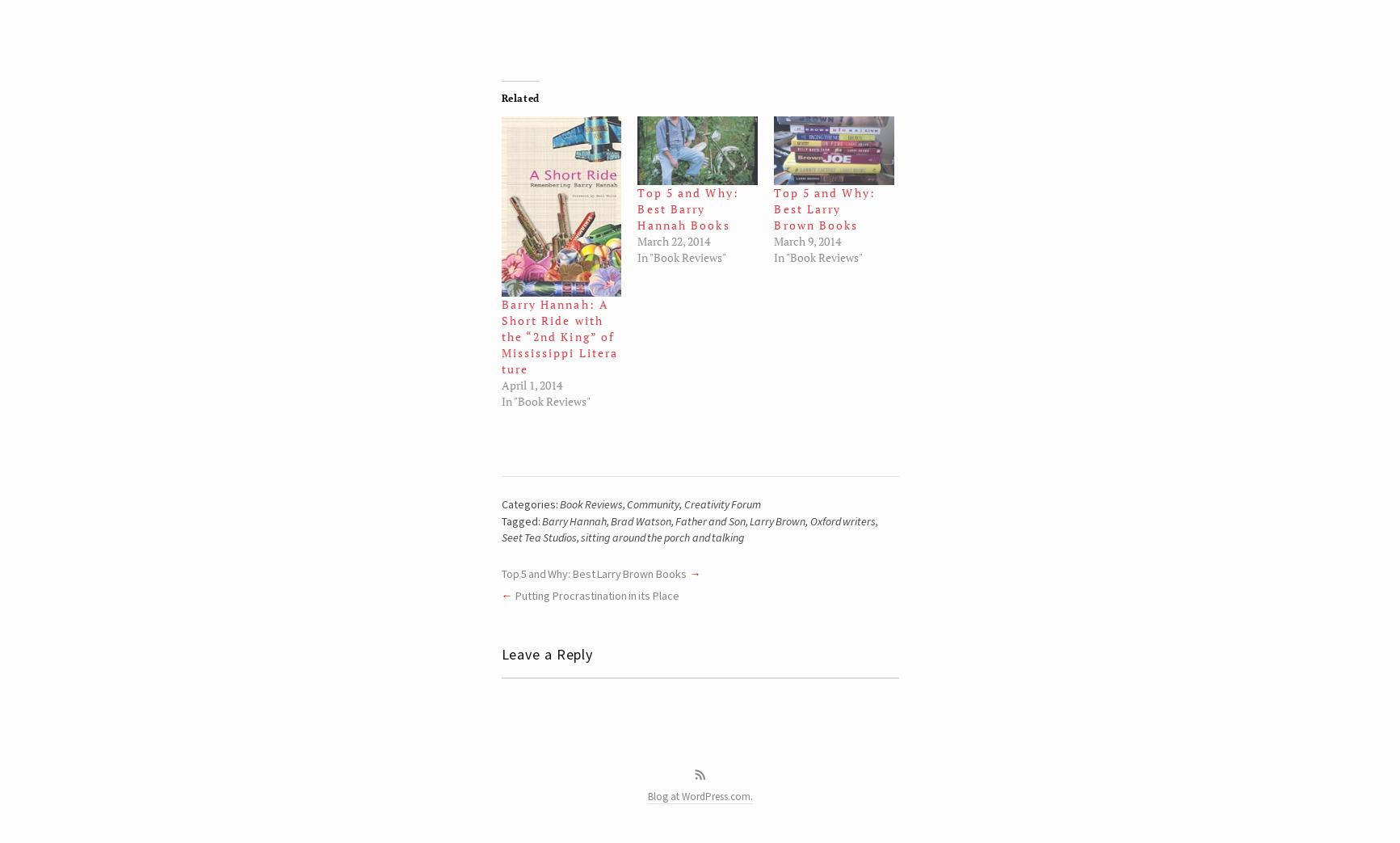 The height and width of the screenshot is (843, 1400). Describe the element at coordinates (521, 519) in the screenshot. I see `'Tagged:'` at that location.